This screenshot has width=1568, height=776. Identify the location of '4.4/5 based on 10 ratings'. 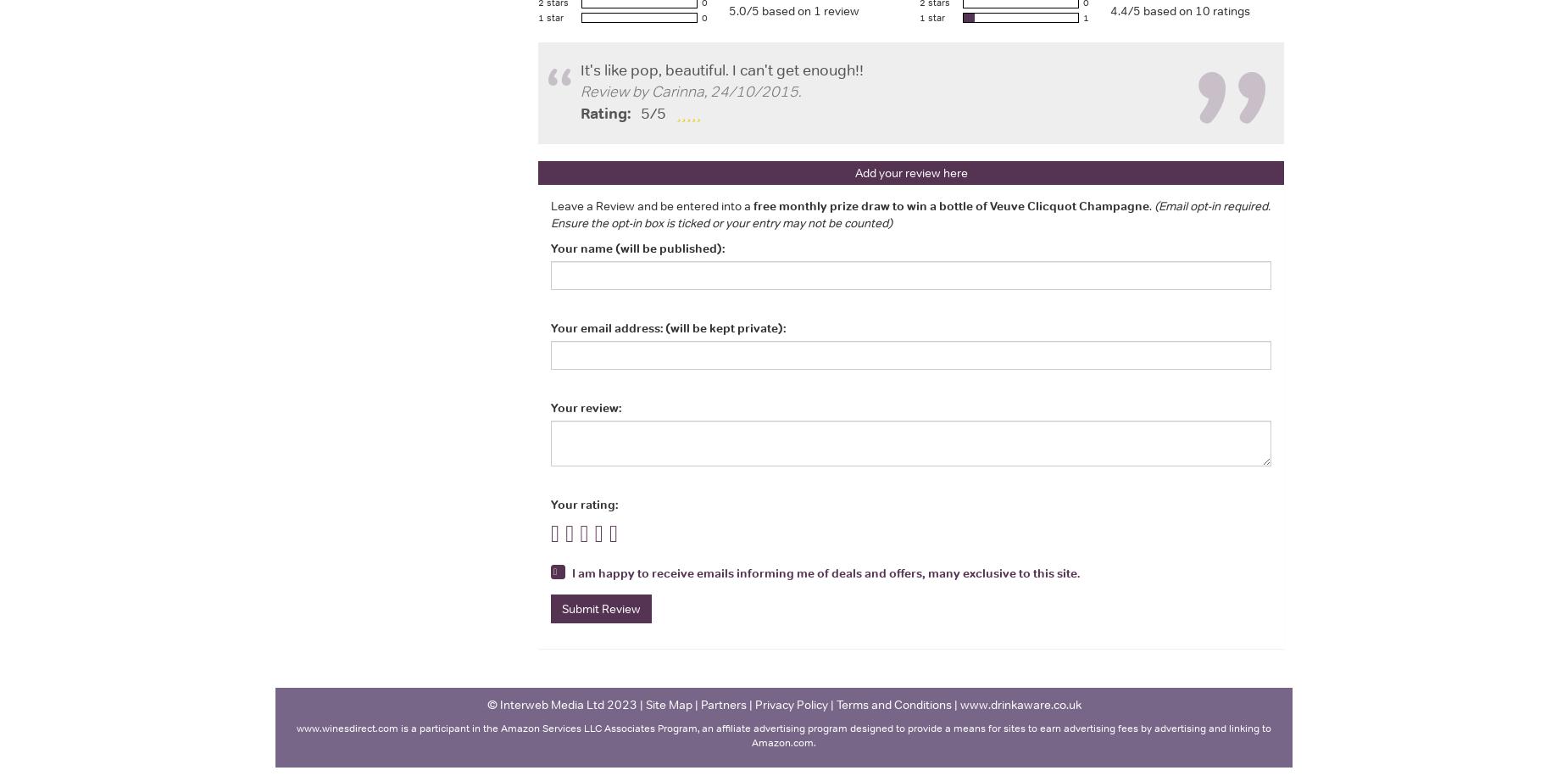
(1180, 9).